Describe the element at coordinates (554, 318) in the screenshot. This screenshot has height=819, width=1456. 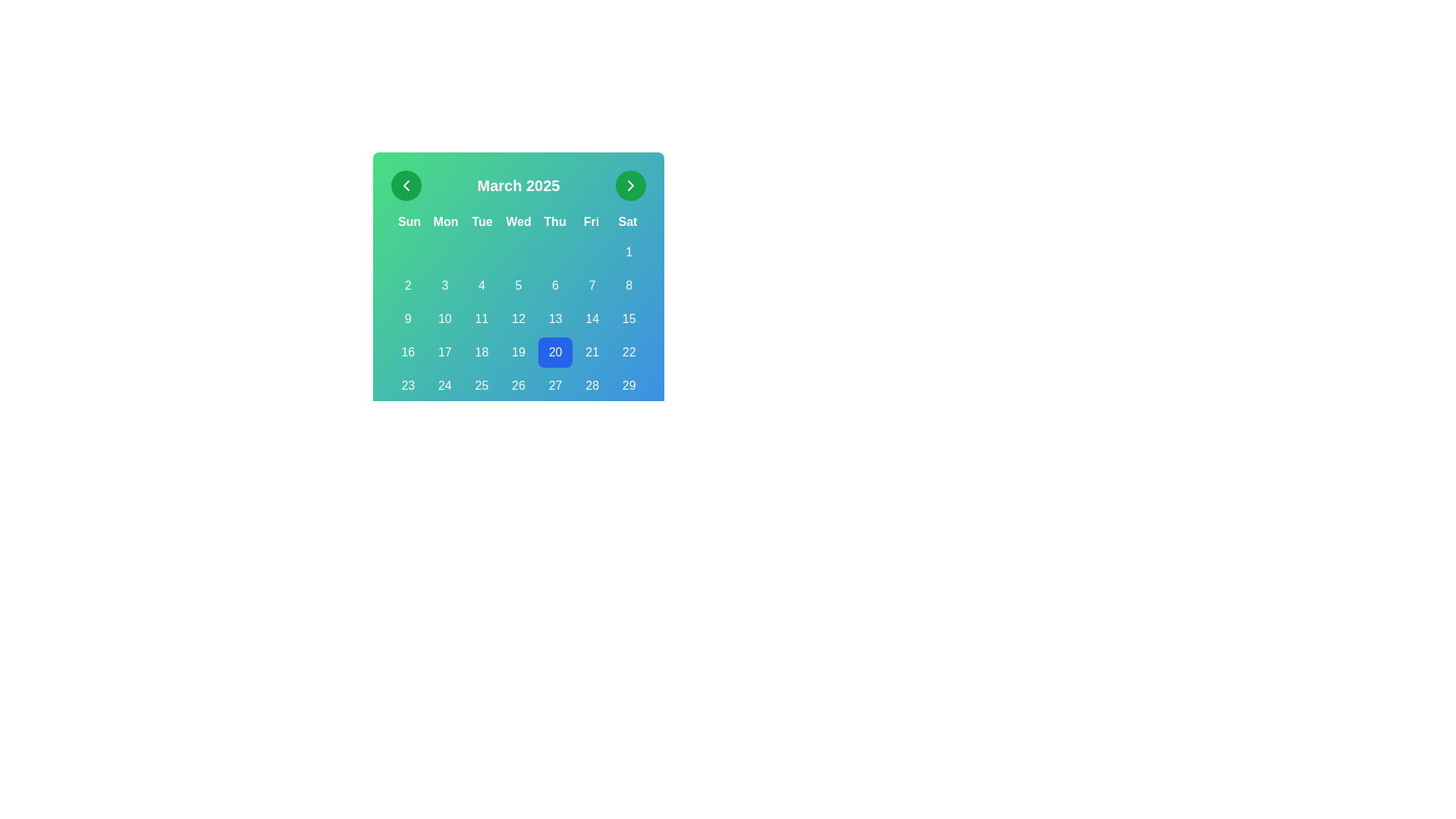
I see `the button representing the date '13' in the calendar located in the third row and sixth column under the 'Thu' column label` at that location.